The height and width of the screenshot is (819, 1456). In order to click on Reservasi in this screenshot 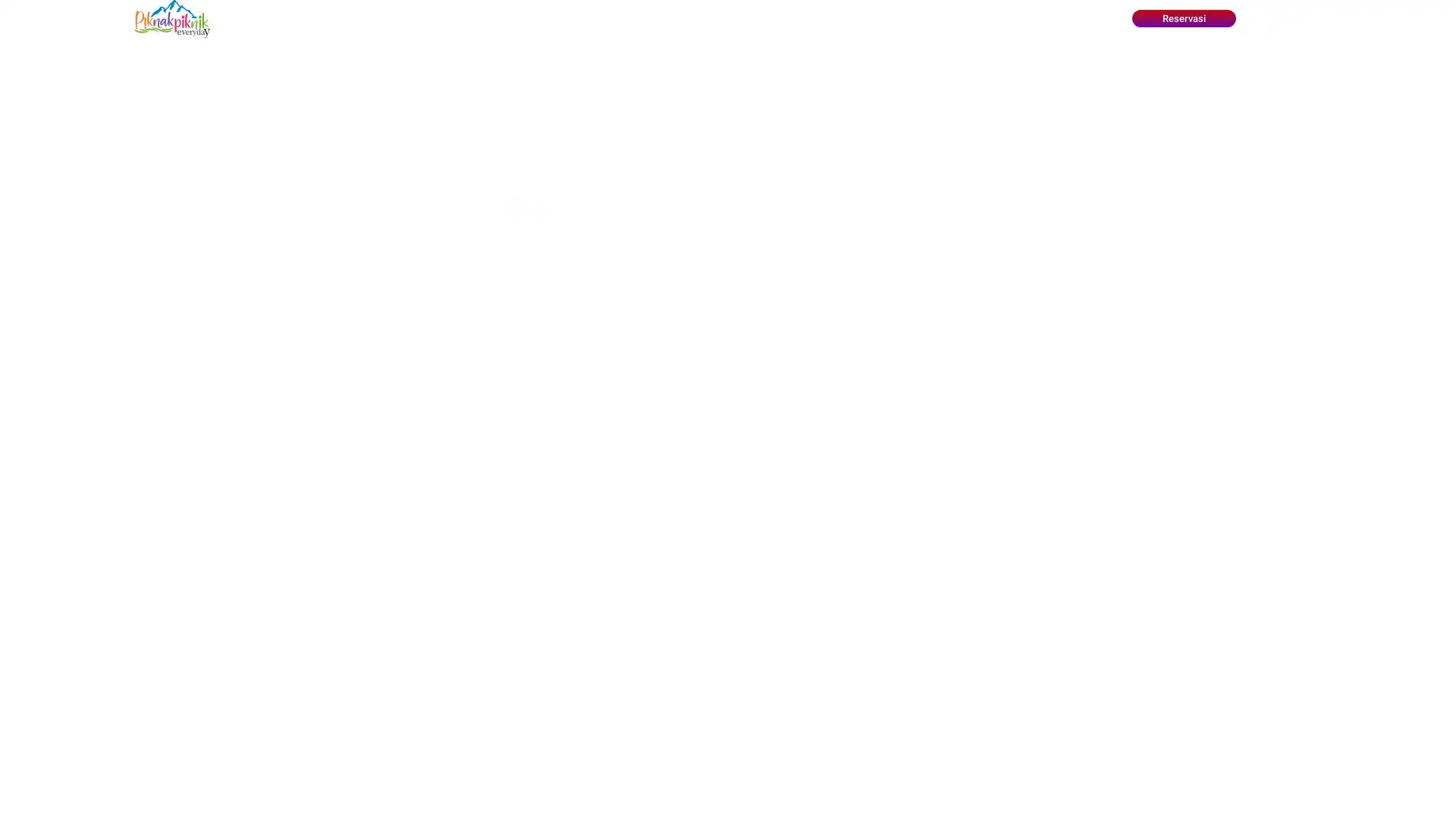, I will do `click(1182, 18)`.